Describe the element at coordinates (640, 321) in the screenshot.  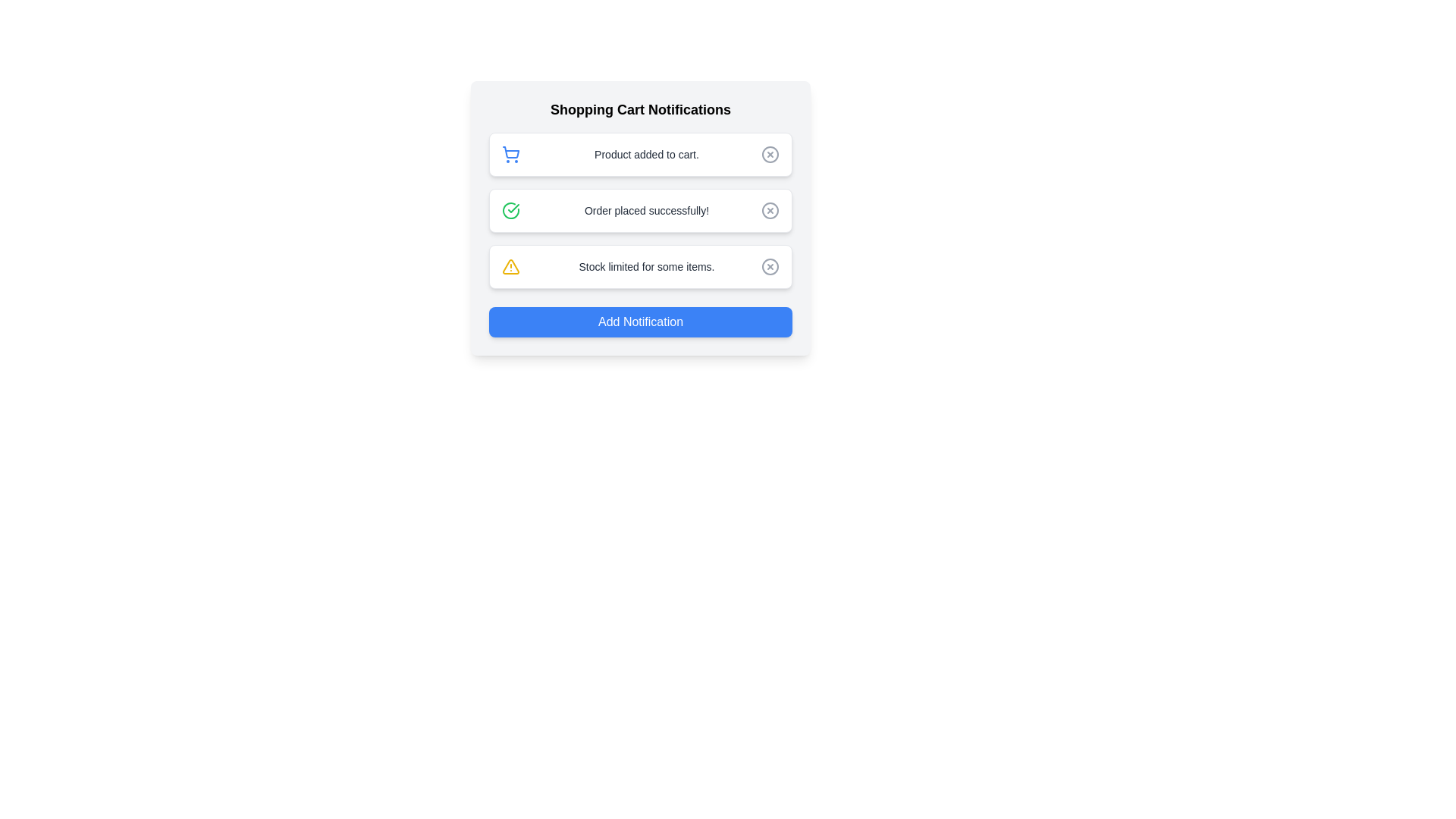
I see `the 'Add Notification' button with a vibrant blue background and white bold text` at that location.